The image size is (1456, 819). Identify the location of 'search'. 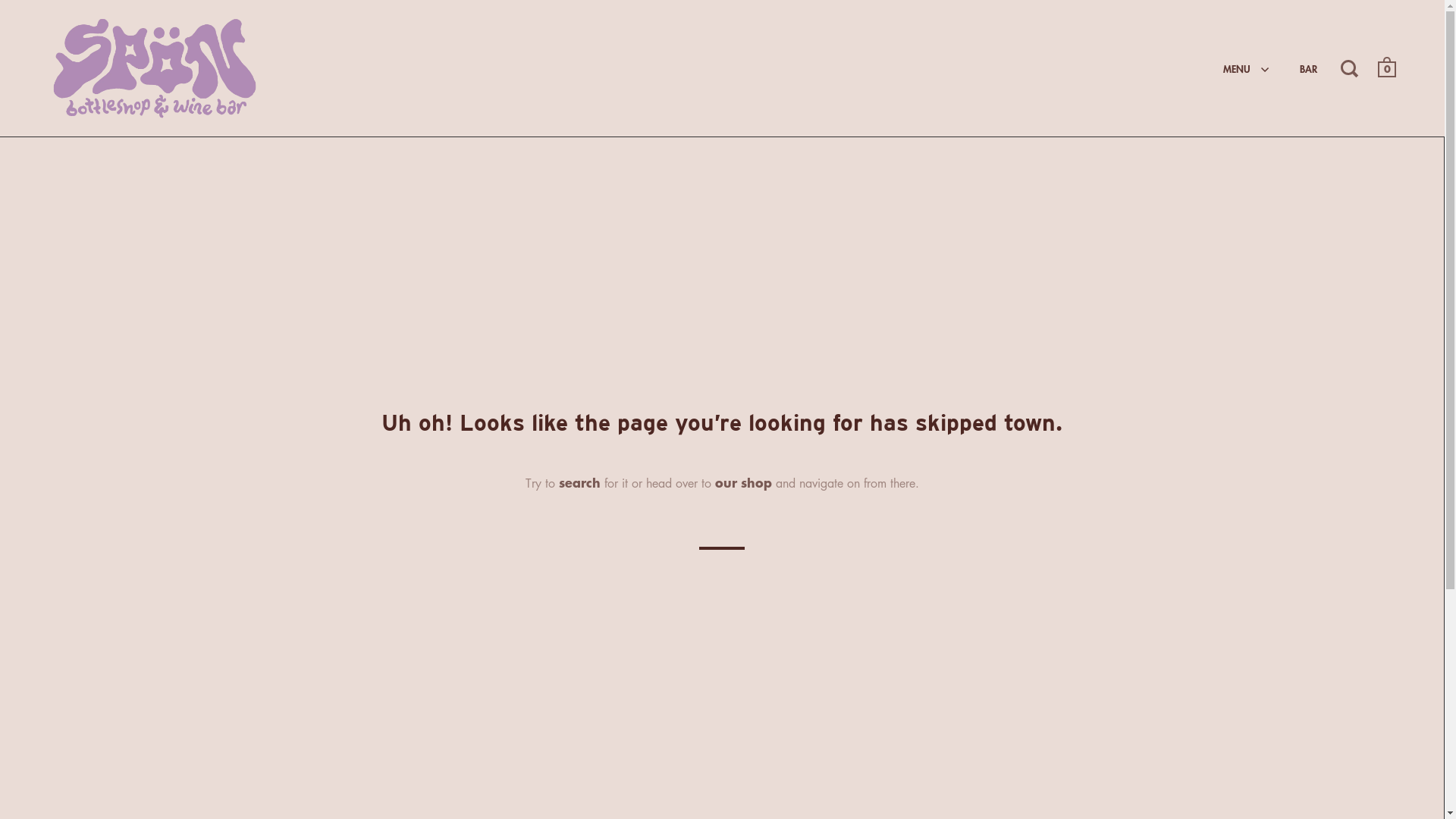
(578, 482).